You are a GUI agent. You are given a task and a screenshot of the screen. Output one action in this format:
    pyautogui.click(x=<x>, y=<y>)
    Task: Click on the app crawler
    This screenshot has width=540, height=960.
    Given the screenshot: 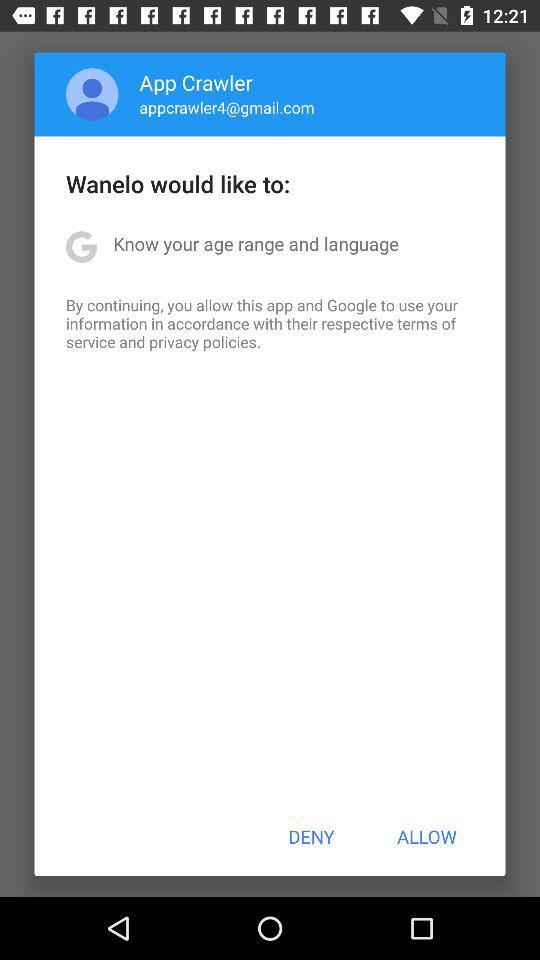 What is the action you would take?
    pyautogui.click(x=196, y=82)
    